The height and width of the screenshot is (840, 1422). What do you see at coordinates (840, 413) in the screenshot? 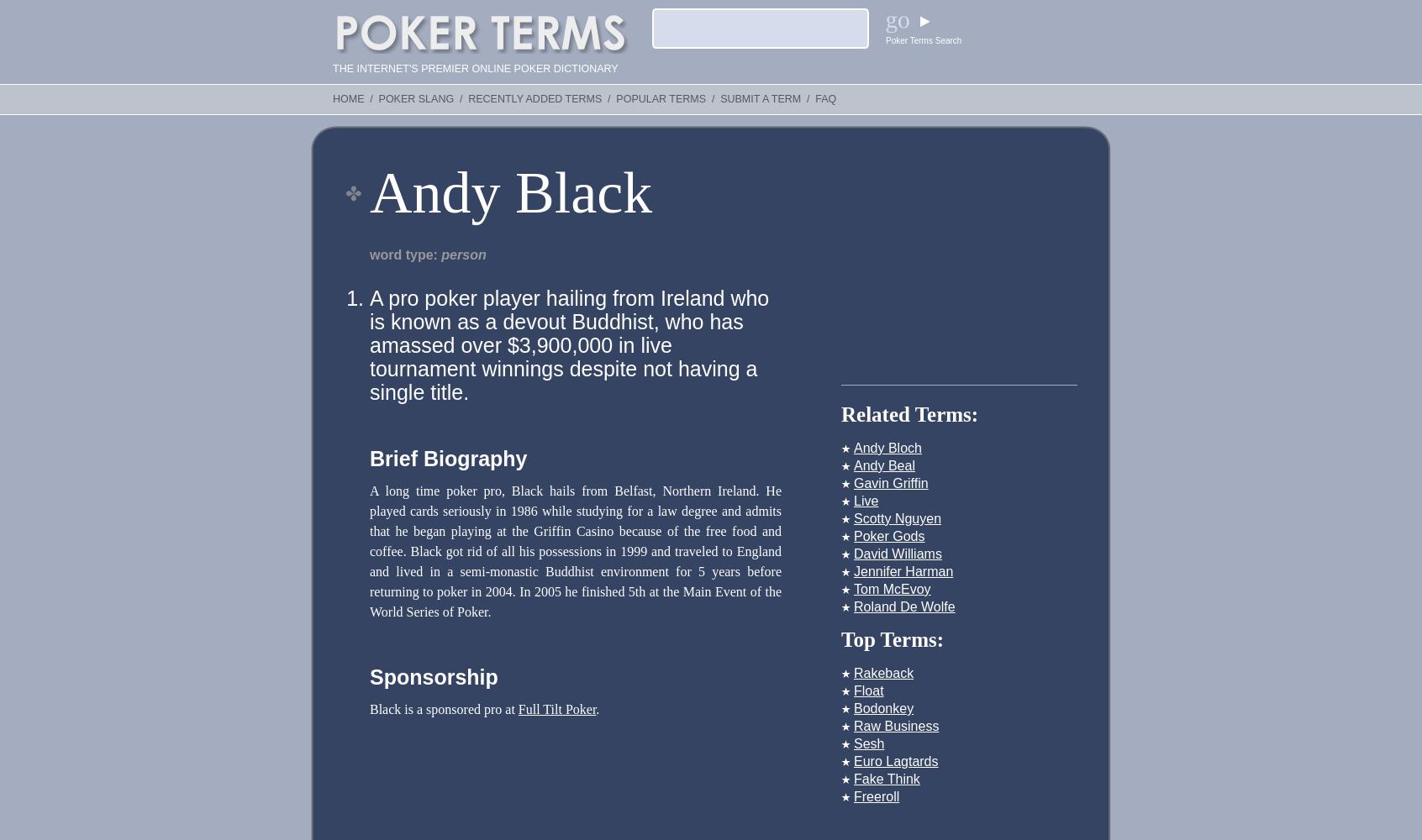
I see `'Related Terms:'` at bounding box center [840, 413].